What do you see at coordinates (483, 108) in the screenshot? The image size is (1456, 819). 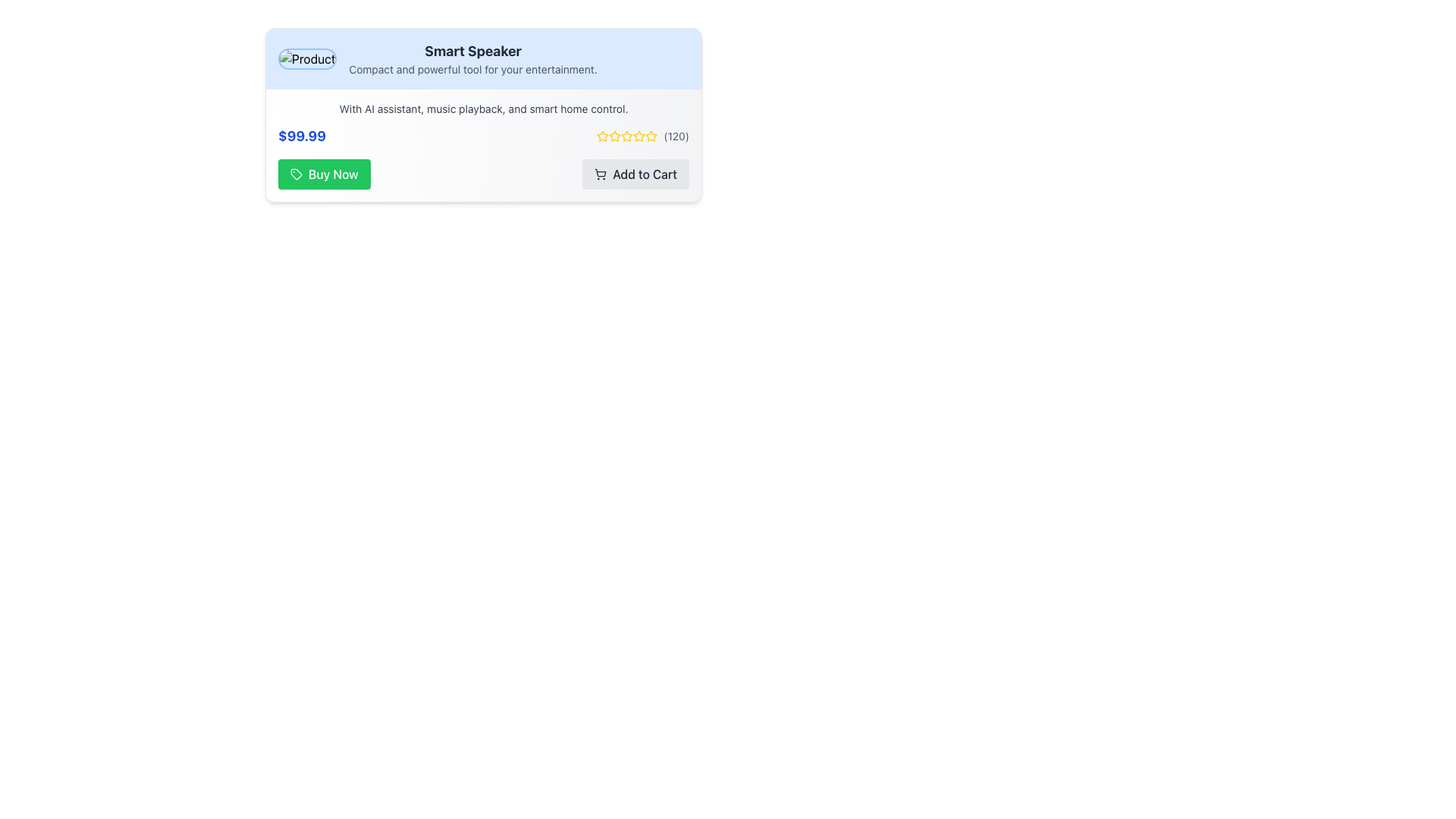 I see `textual description stating 'With AI assistant, music playback, and smart home control.' located beneath the title 'Smart Speaker' in the product information card` at bounding box center [483, 108].